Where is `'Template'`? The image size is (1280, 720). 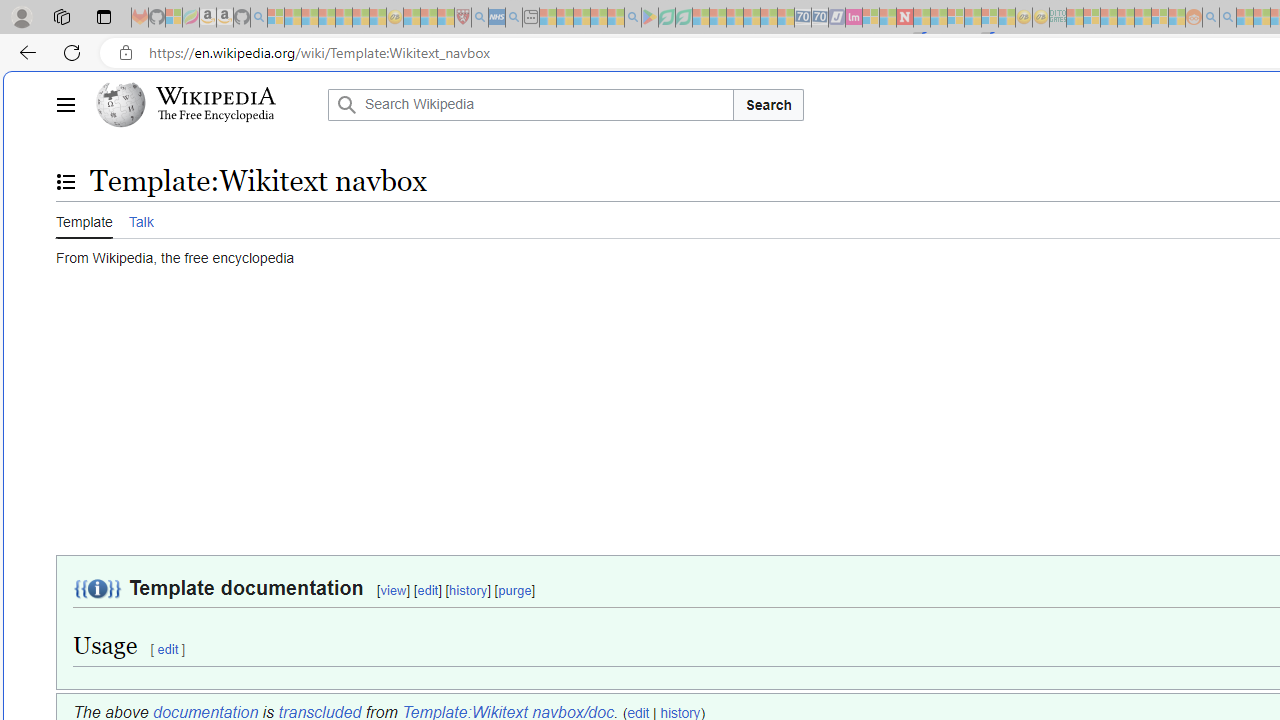 'Template' is located at coordinates (83, 219).